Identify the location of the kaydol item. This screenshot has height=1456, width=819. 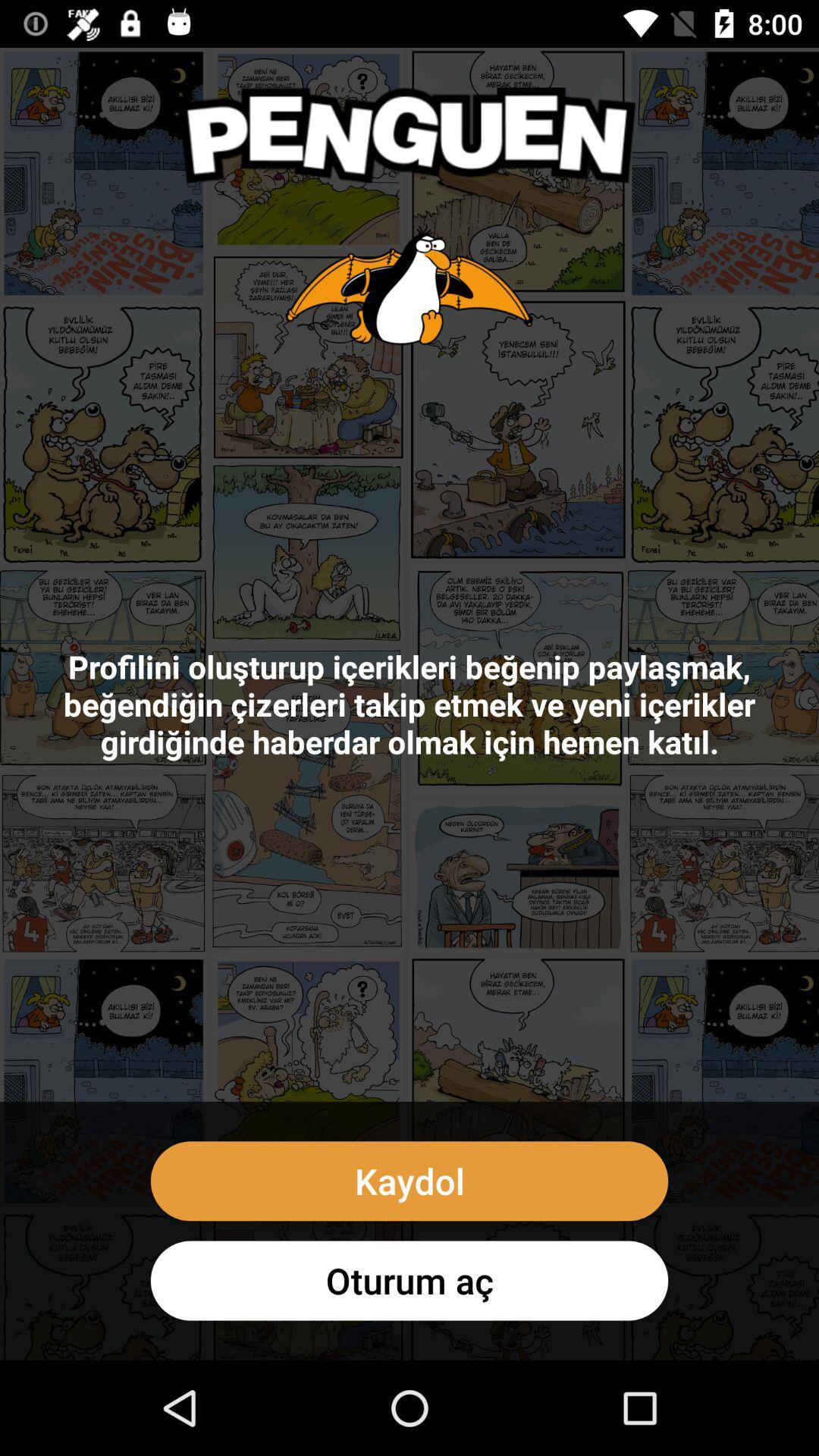
(409, 1180).